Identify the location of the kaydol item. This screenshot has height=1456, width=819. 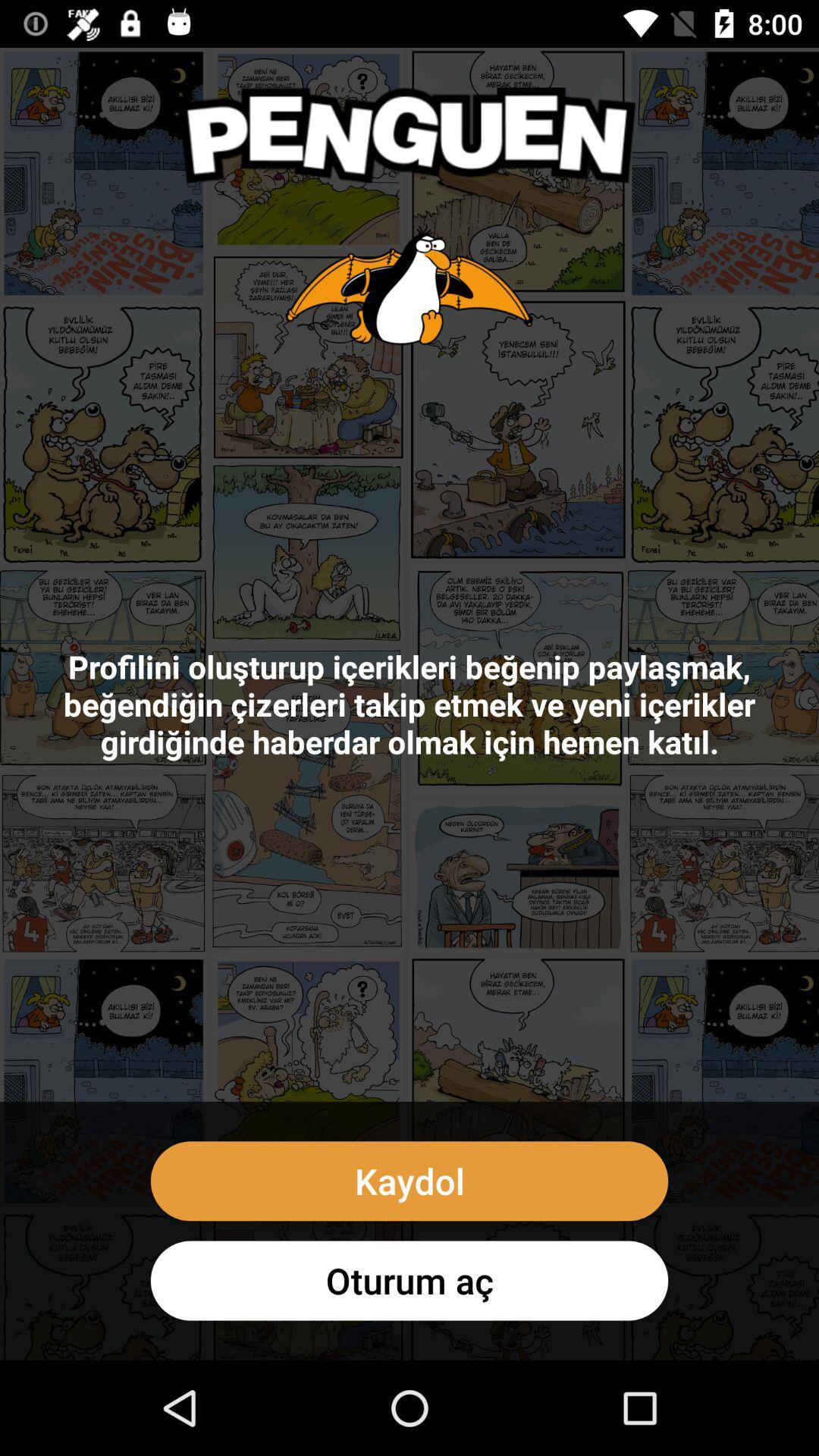
(409, 1180).